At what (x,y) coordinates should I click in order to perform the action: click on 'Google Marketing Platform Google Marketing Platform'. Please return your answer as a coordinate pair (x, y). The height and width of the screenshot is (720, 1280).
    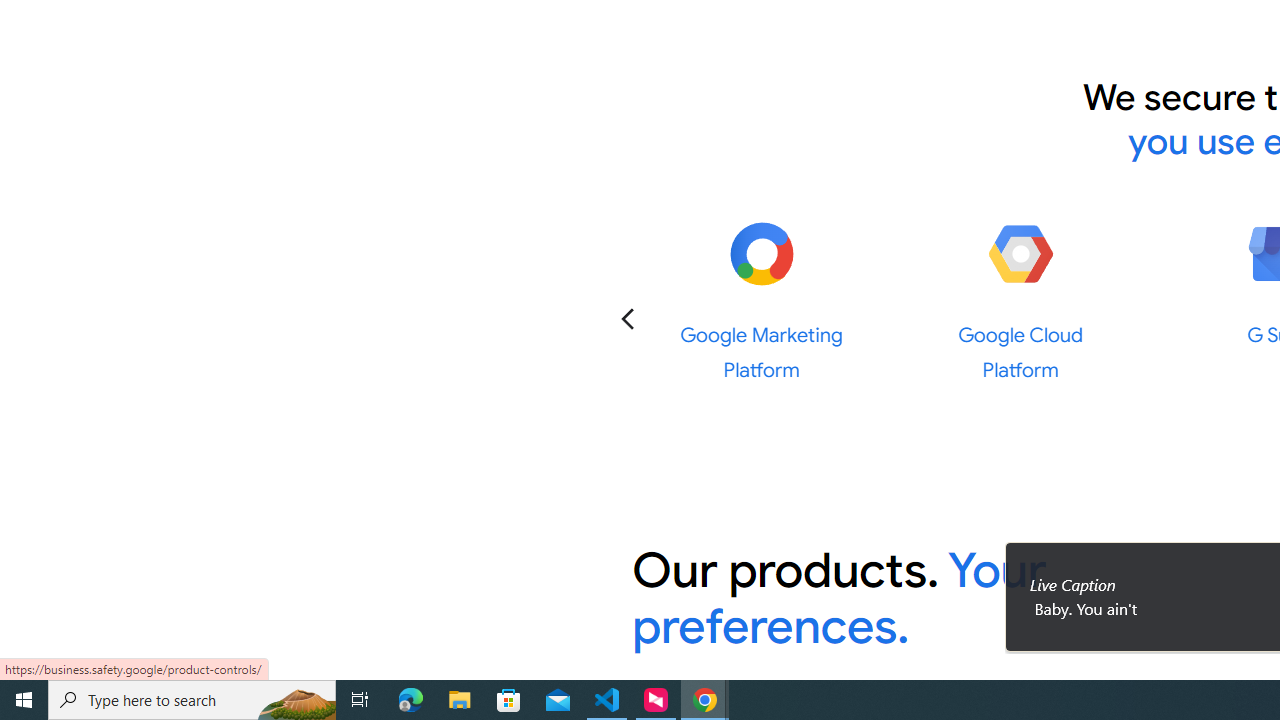
    Looking at the image, I should click on (761, 301).